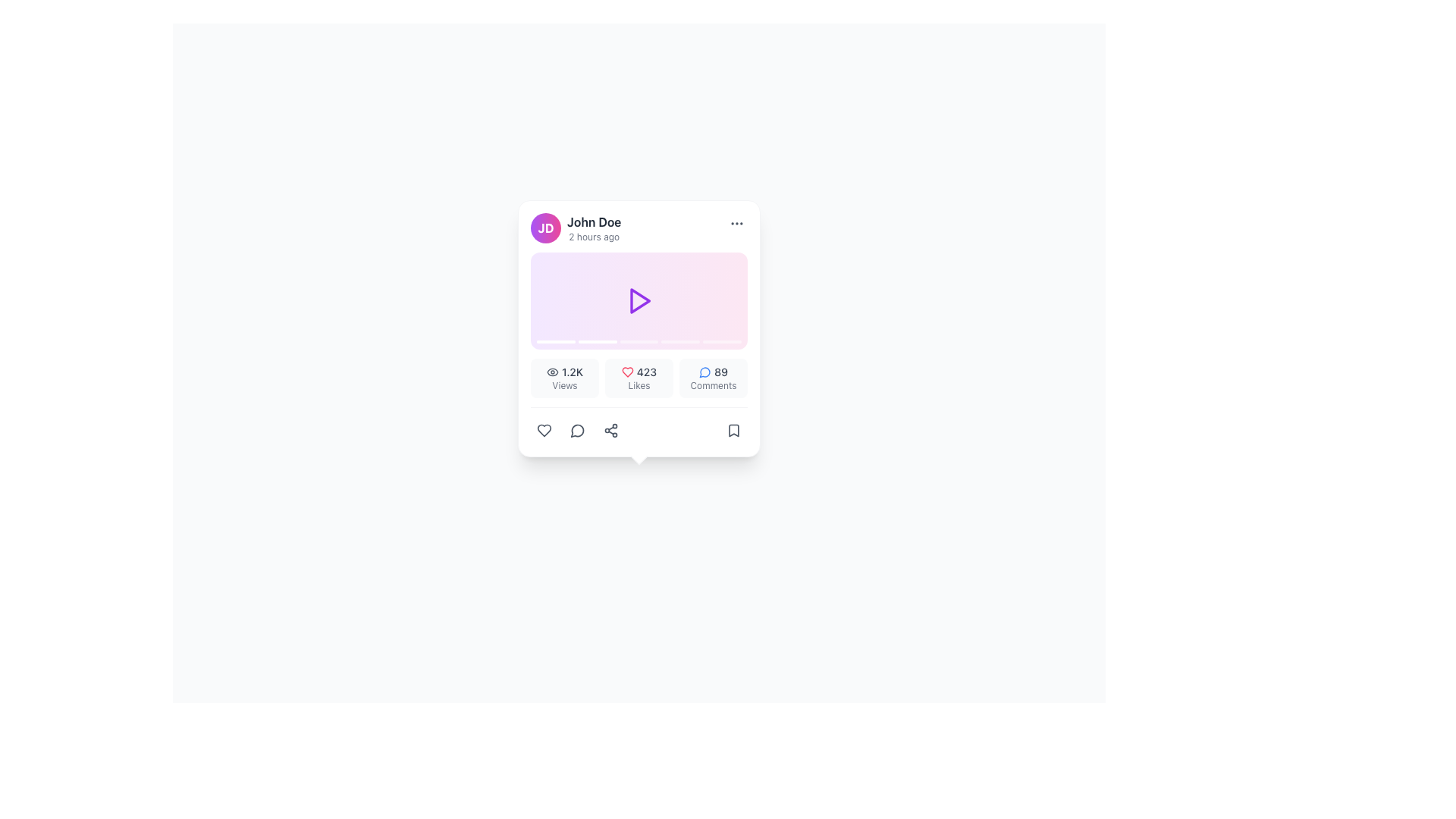  I want to click on the ellipsis menu icon located at the top-right corner of the user's post card, so click(736, 223).